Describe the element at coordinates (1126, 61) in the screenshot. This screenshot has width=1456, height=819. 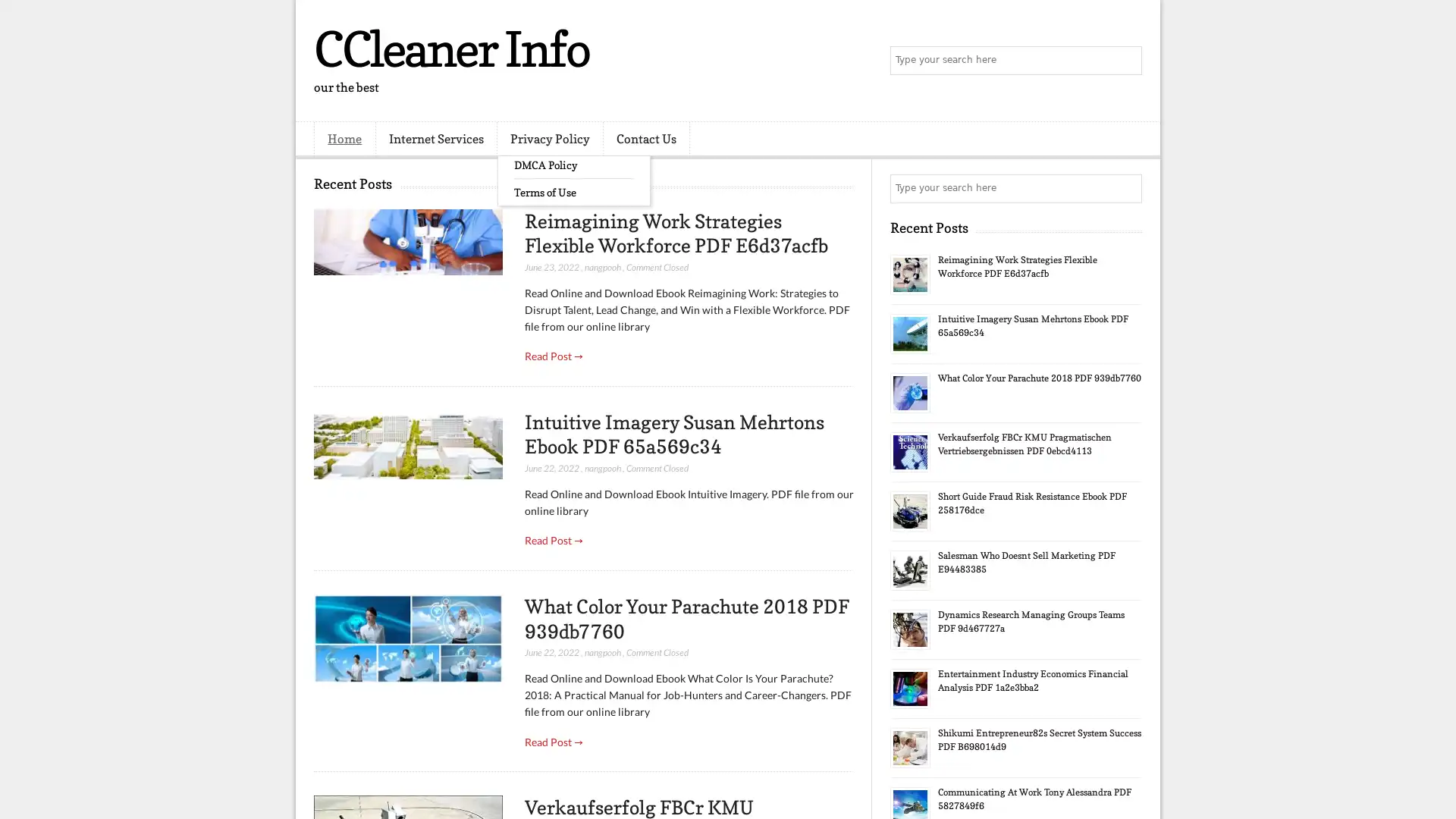
I see `Search` at that location.